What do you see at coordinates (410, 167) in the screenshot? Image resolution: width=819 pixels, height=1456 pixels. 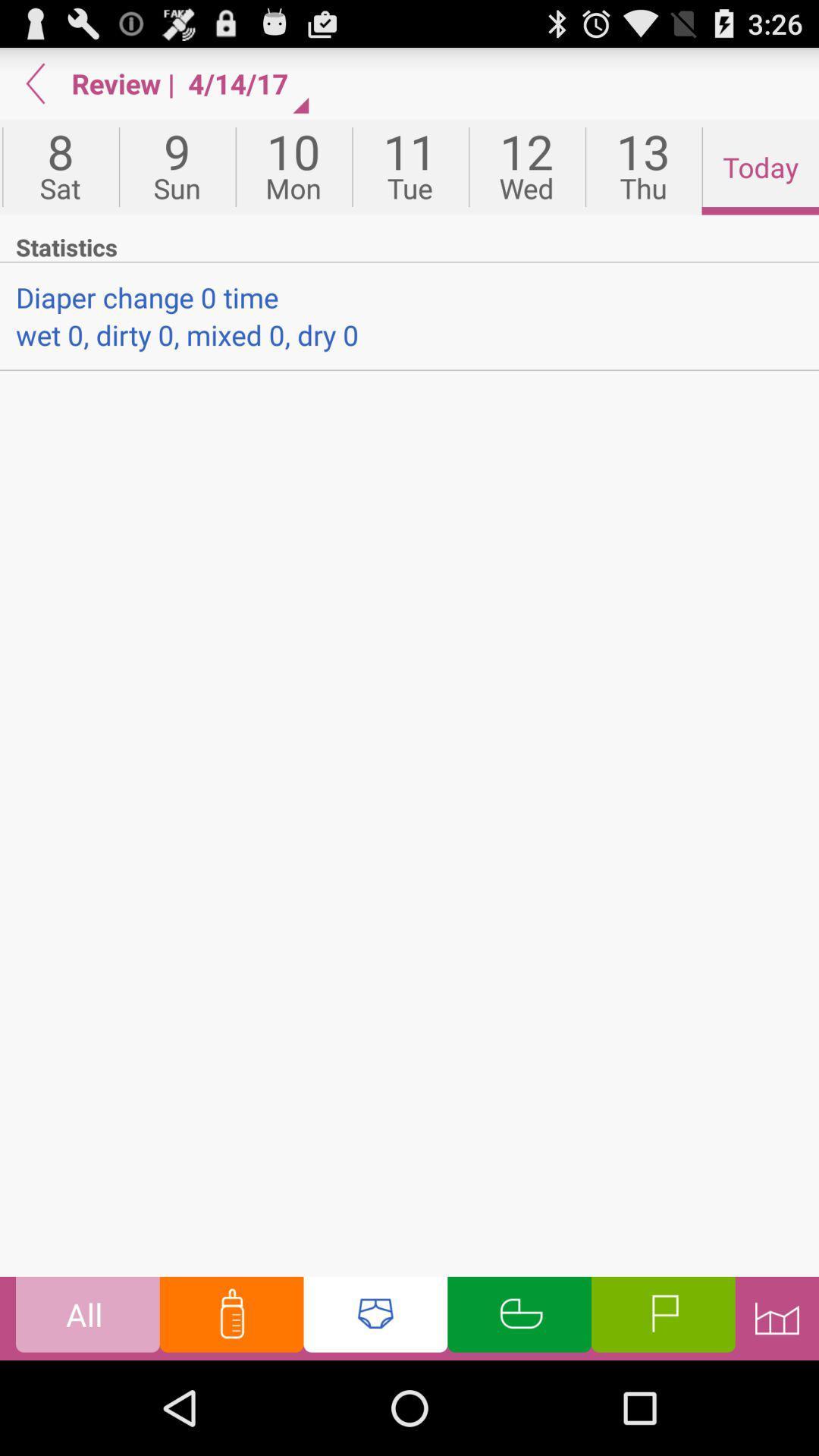 I see `item next to the 10 icon` at bounding box center [410, 167].